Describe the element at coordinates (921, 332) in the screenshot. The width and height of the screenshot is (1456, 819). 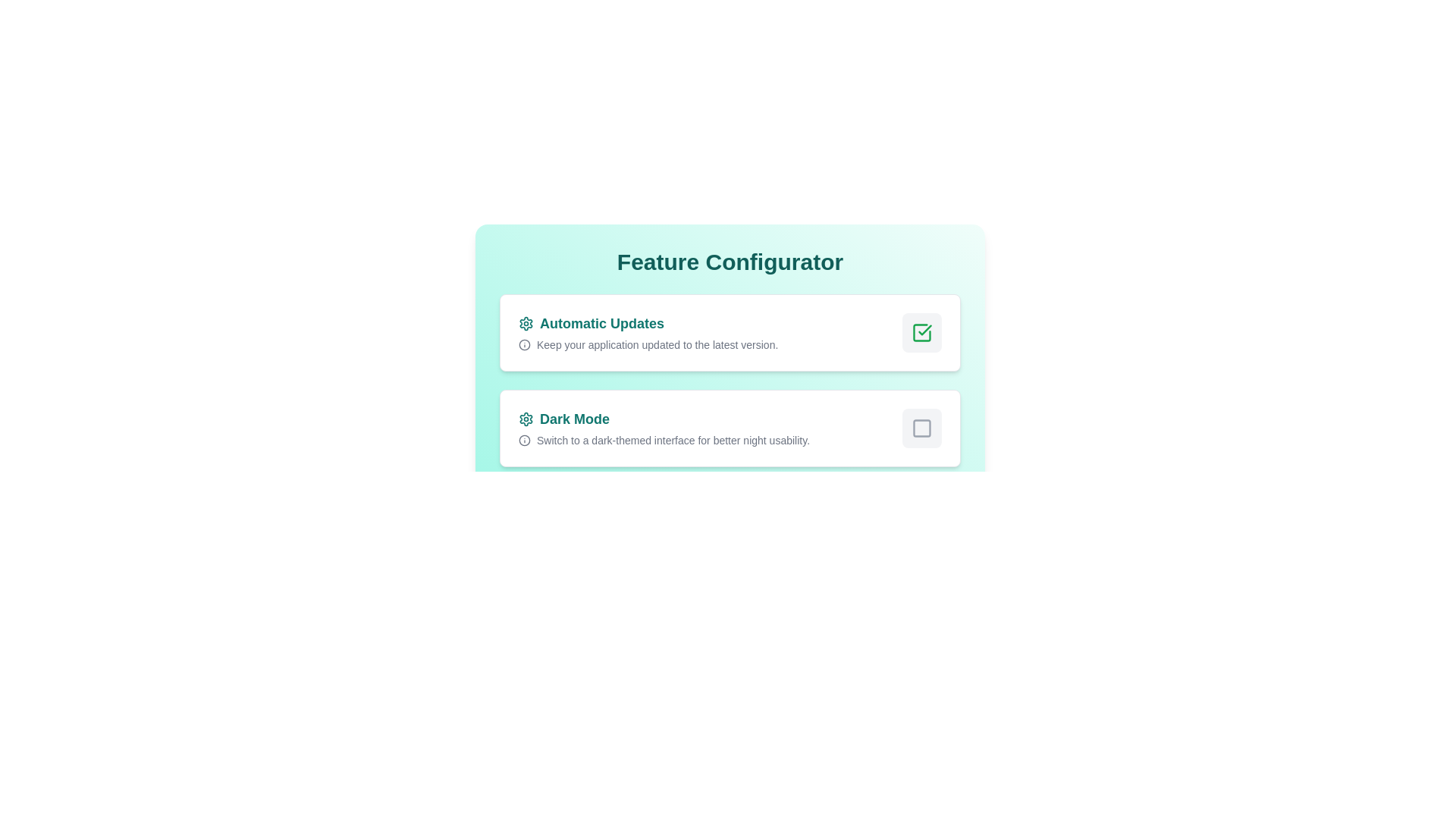
I see `the checkbox located at the right end of the 'Automatic Updates' option` at that location.